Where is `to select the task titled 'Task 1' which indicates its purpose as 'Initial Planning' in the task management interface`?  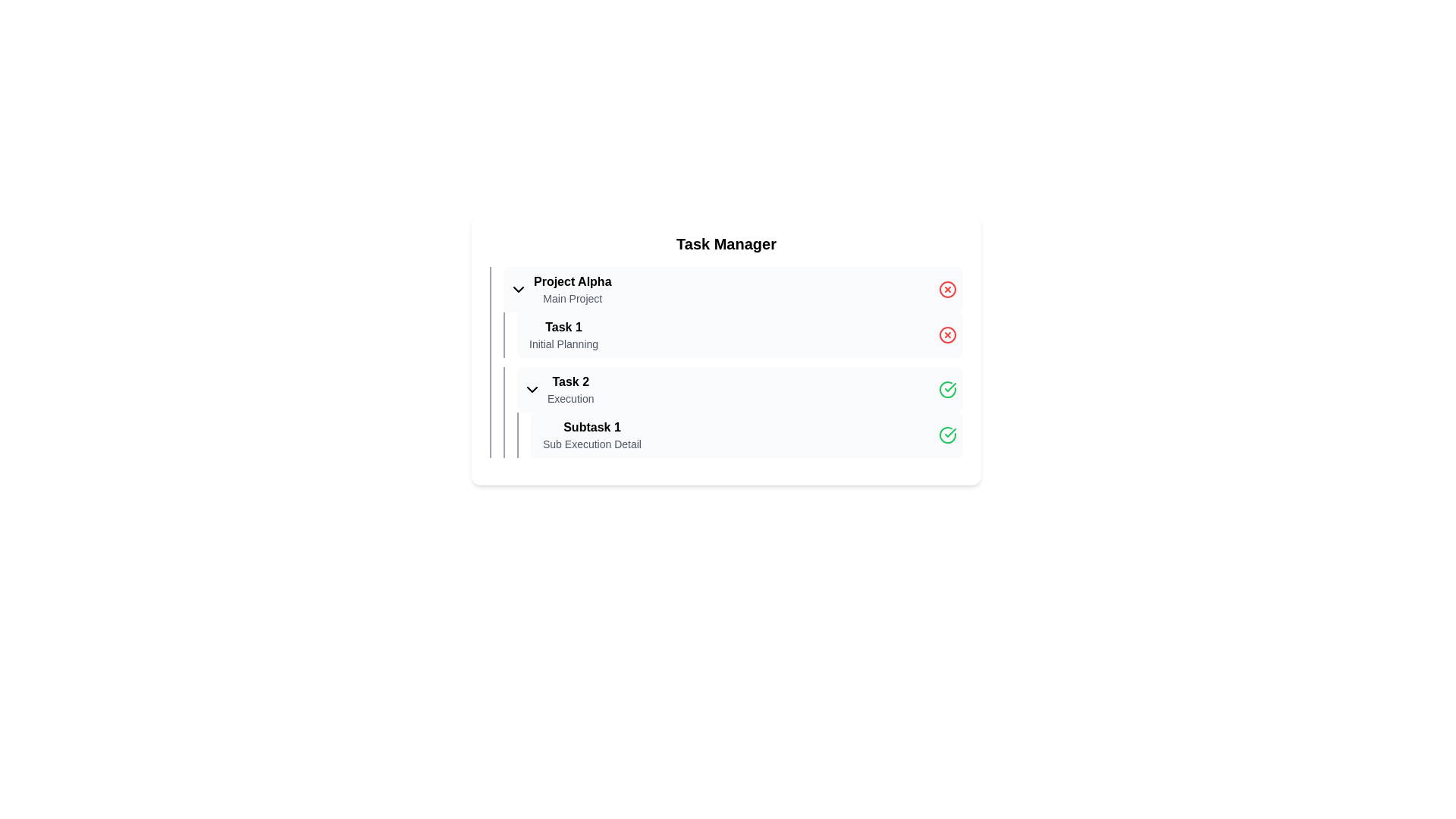 to select the task titled 'Task 1' which indicates its purpose as 'Initial Planning' in the task management interface is located at coordinates (563, 334).